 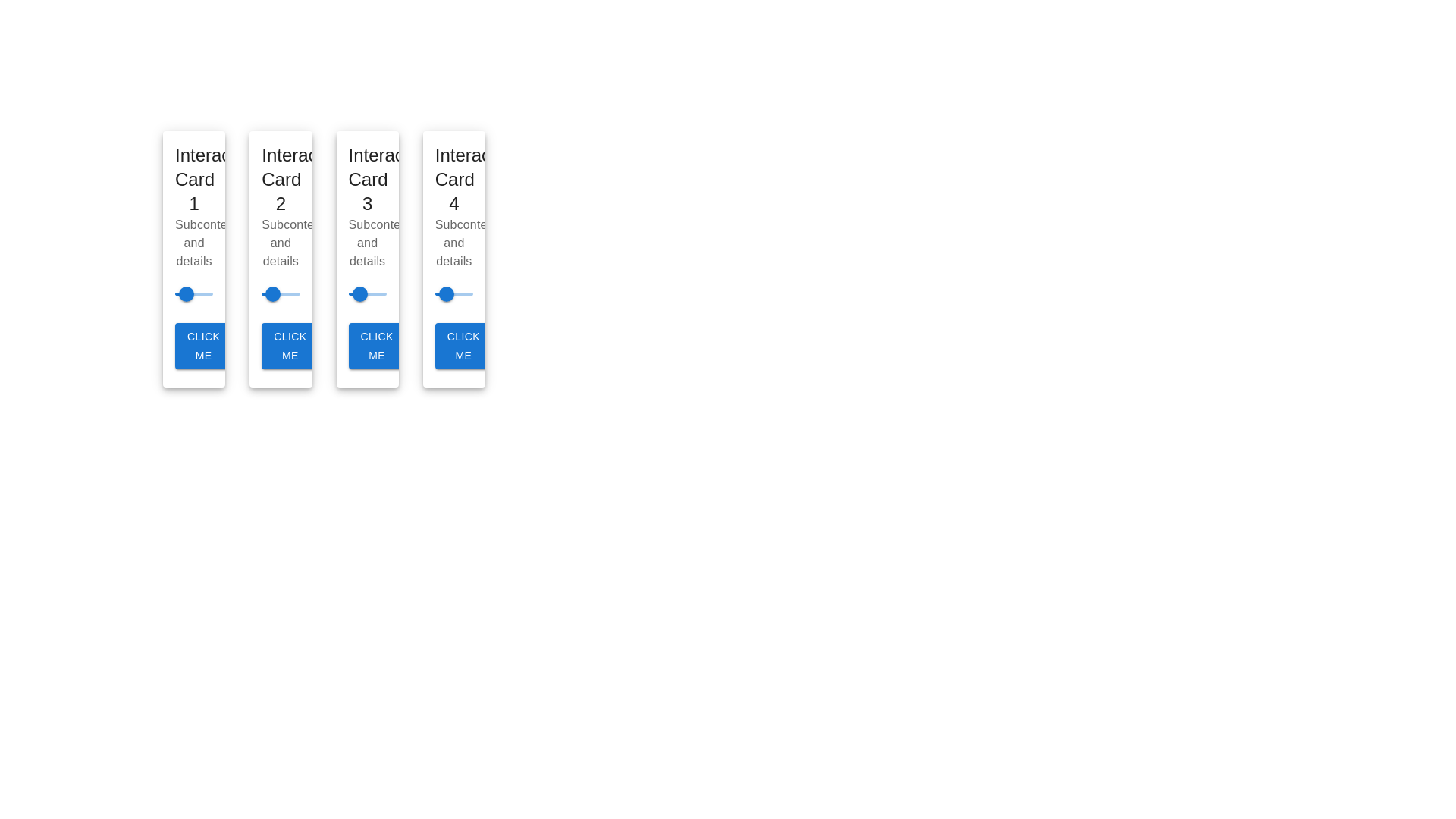 I want to click on the slider value, so click(x=362, y=294).